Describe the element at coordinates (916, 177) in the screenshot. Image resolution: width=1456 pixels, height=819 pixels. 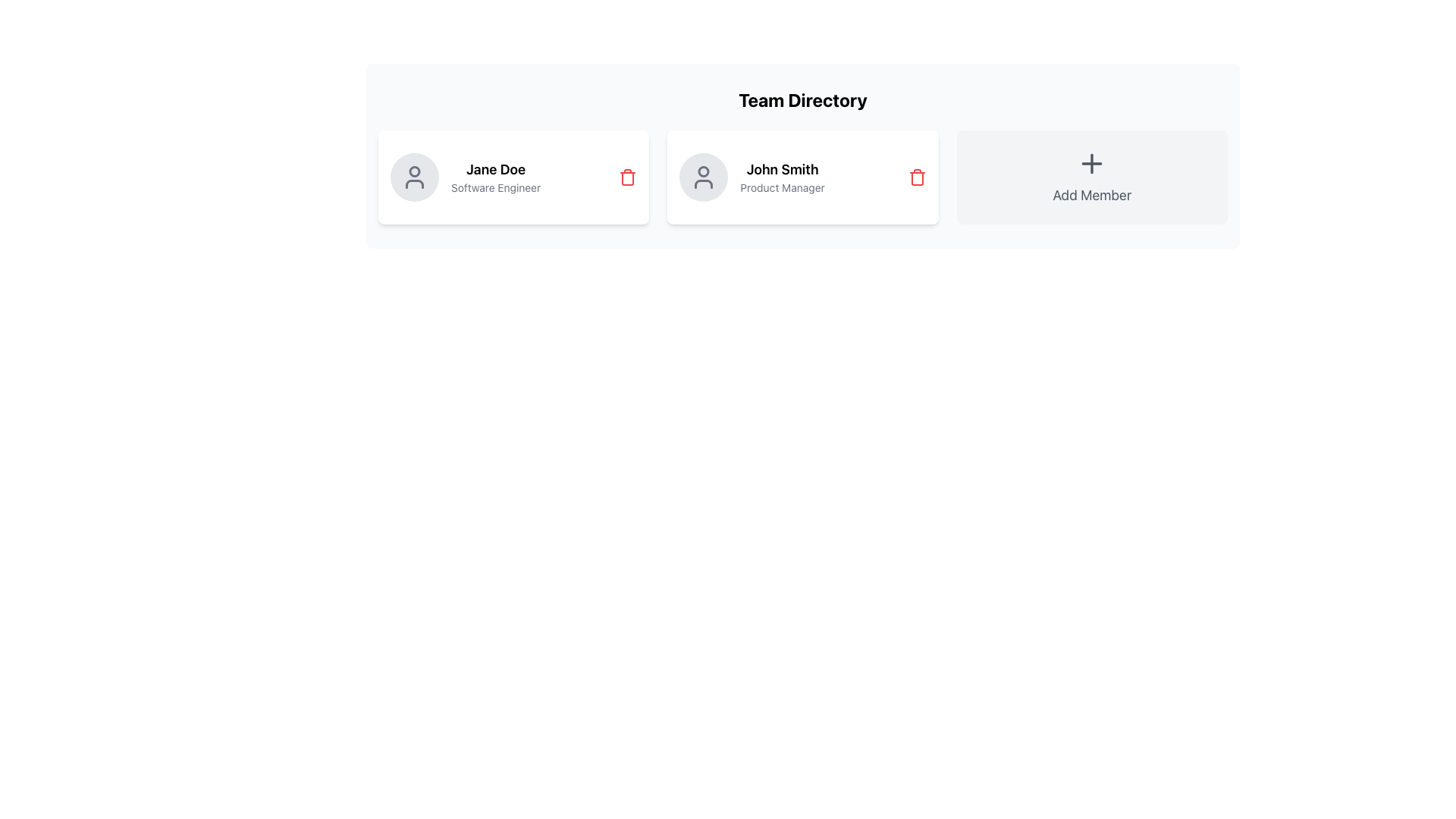
I see `the delete button icon located in the top-right corner of the card for 'John Smith, Product Manager'` at that location.